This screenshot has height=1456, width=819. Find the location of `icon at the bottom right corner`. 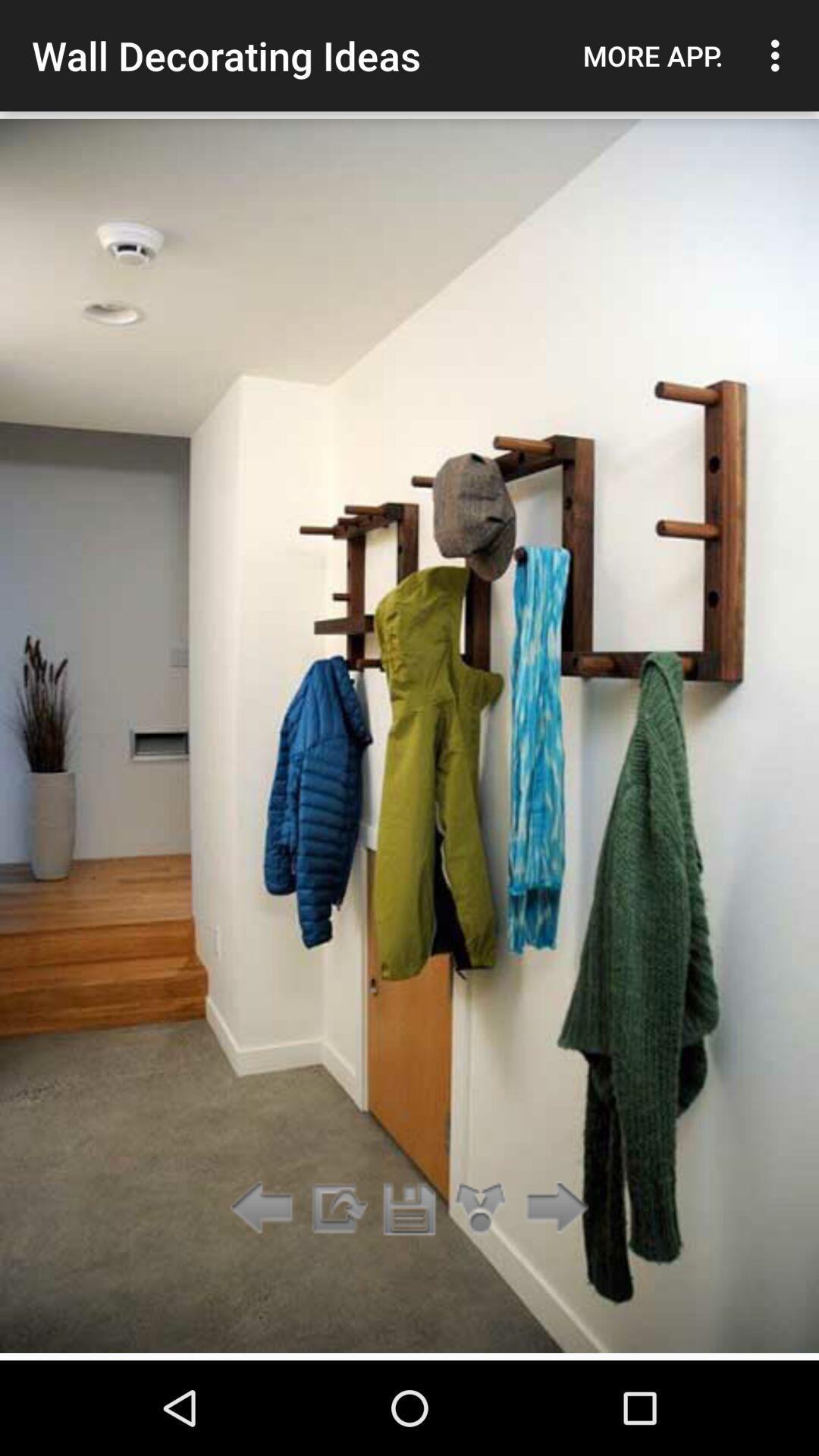

icon at the bottom right corner is located at coordinates (553, 1208).